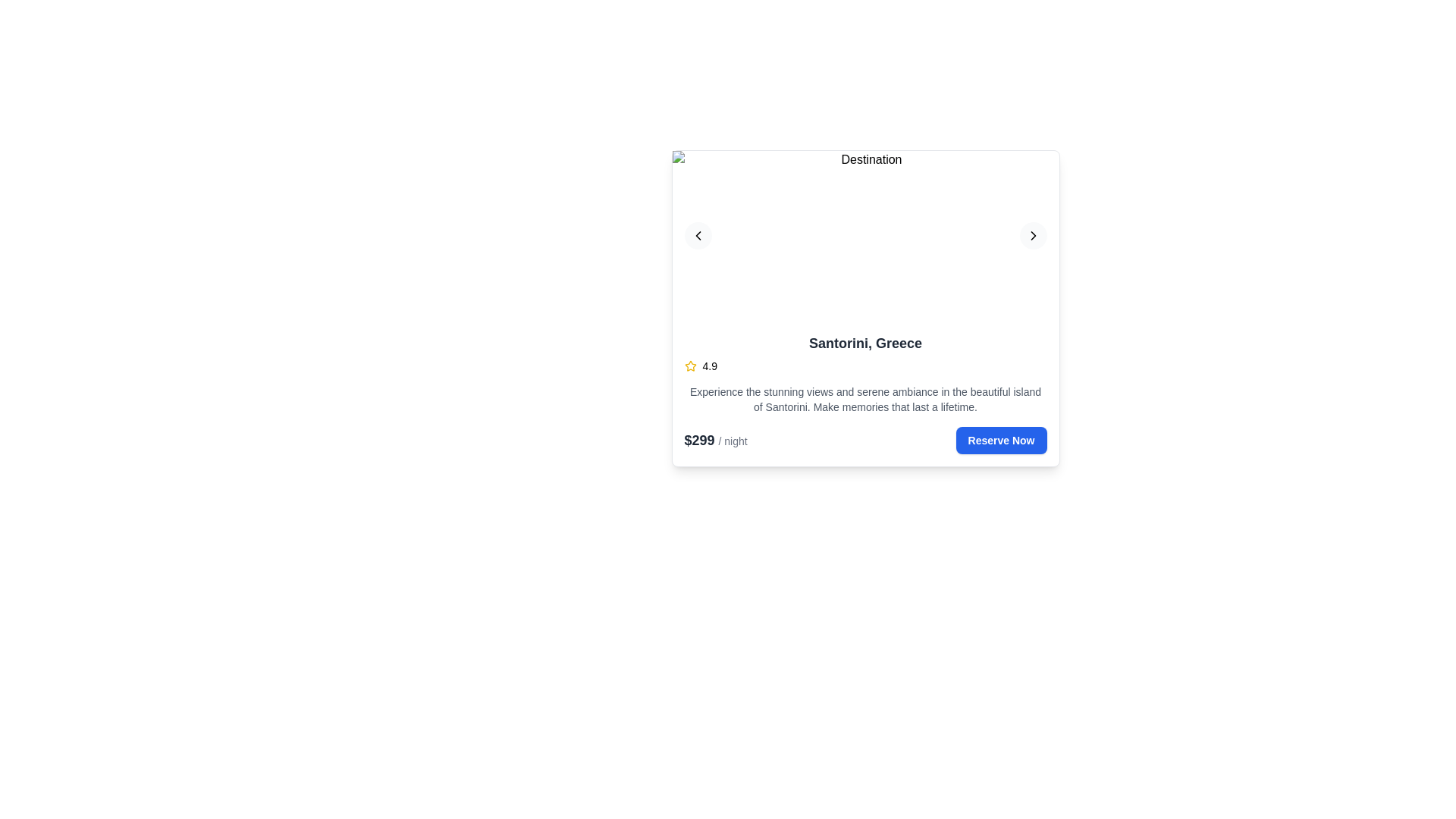 This screenshot has width=1456, height=819. I want to click on the promotional text label styled in gray, centrally located within the card layout, positioned below the rating section and above the price and action section, so click(865, 399).